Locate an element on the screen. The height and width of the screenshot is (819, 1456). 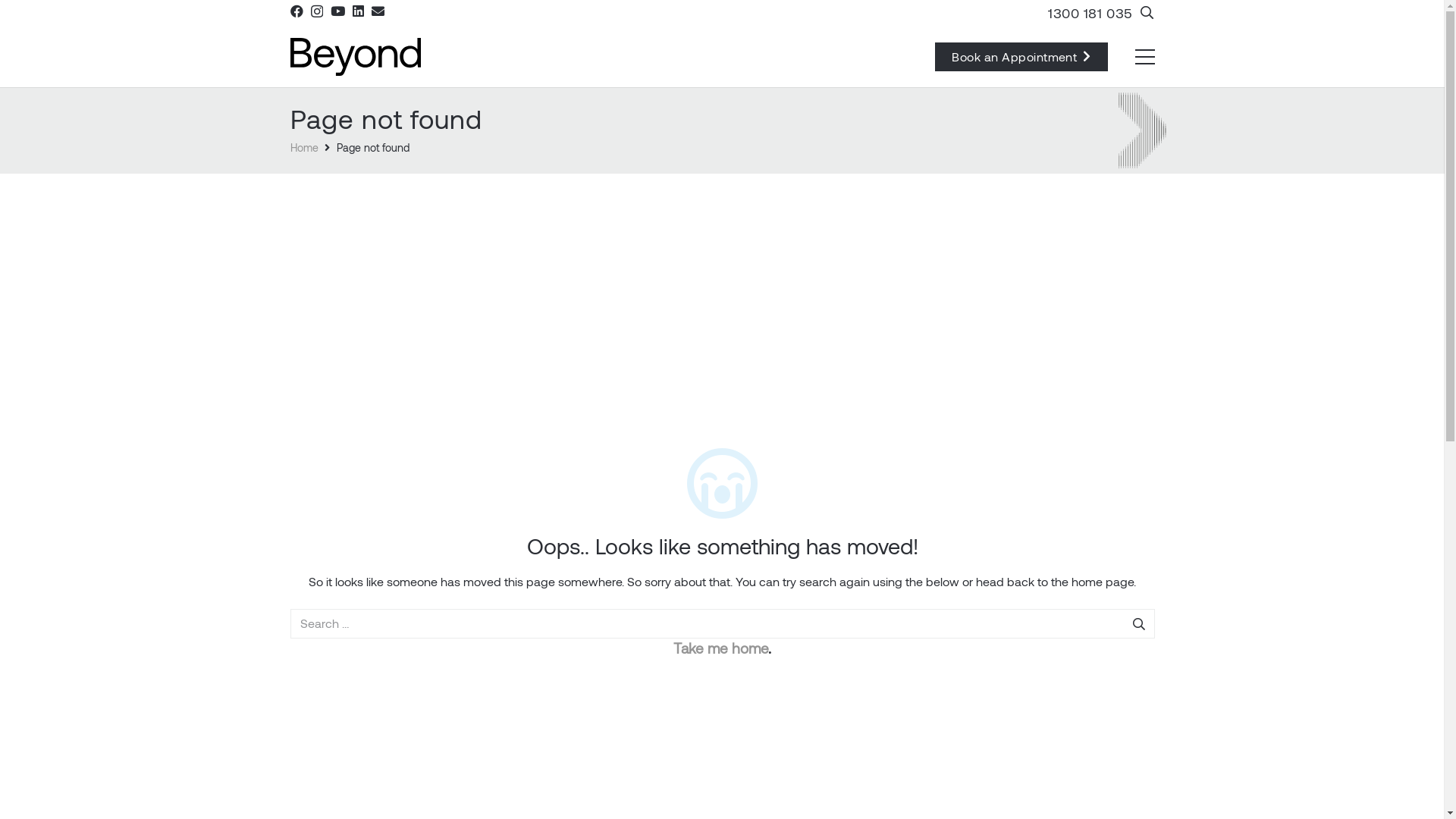
'Book an Appointment' is located at coordinates (1021, 55).